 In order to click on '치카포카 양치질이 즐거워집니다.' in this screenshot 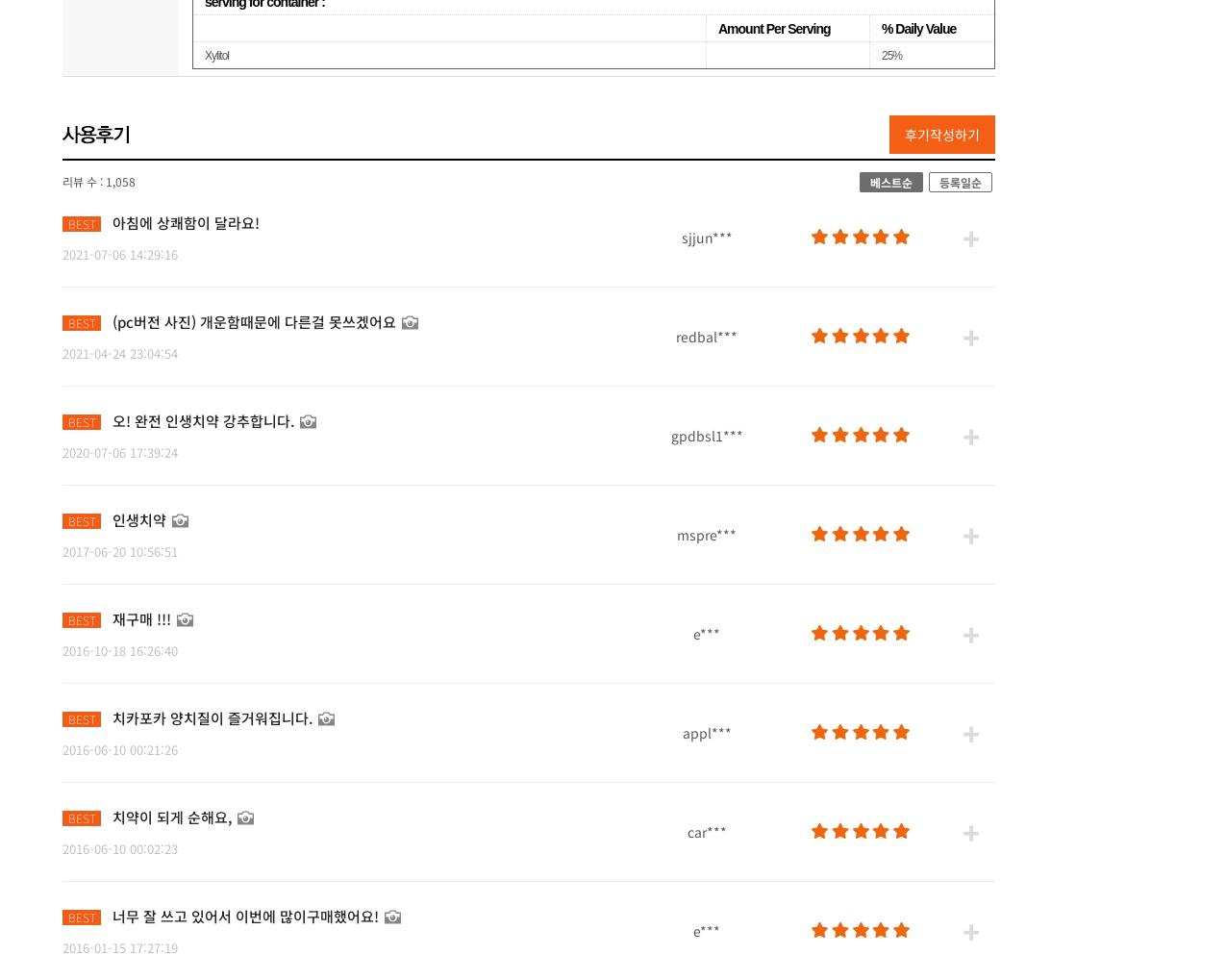, I will do `click(212, 716)`.